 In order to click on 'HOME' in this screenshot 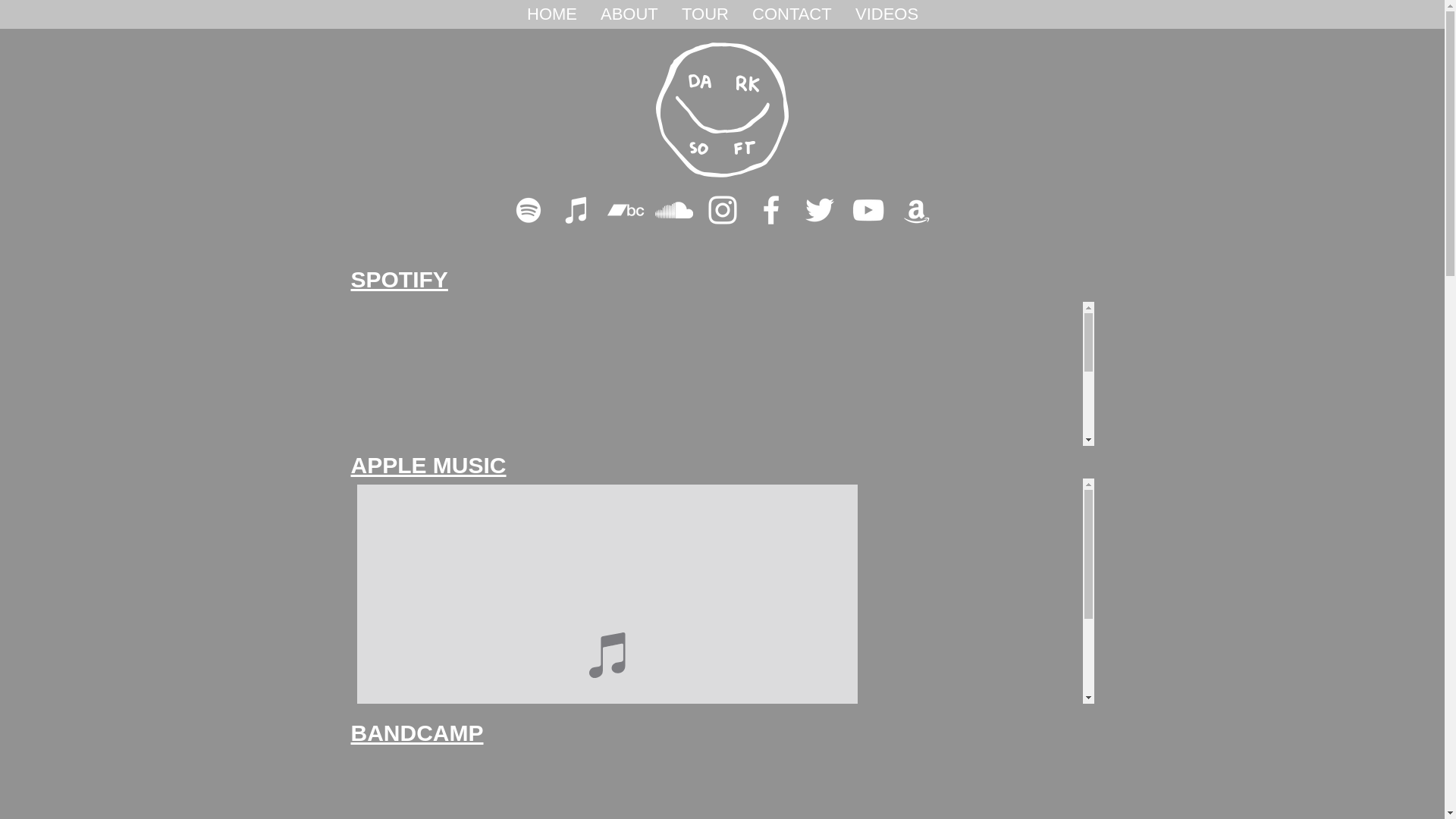, I will do `click(551, 14)`.